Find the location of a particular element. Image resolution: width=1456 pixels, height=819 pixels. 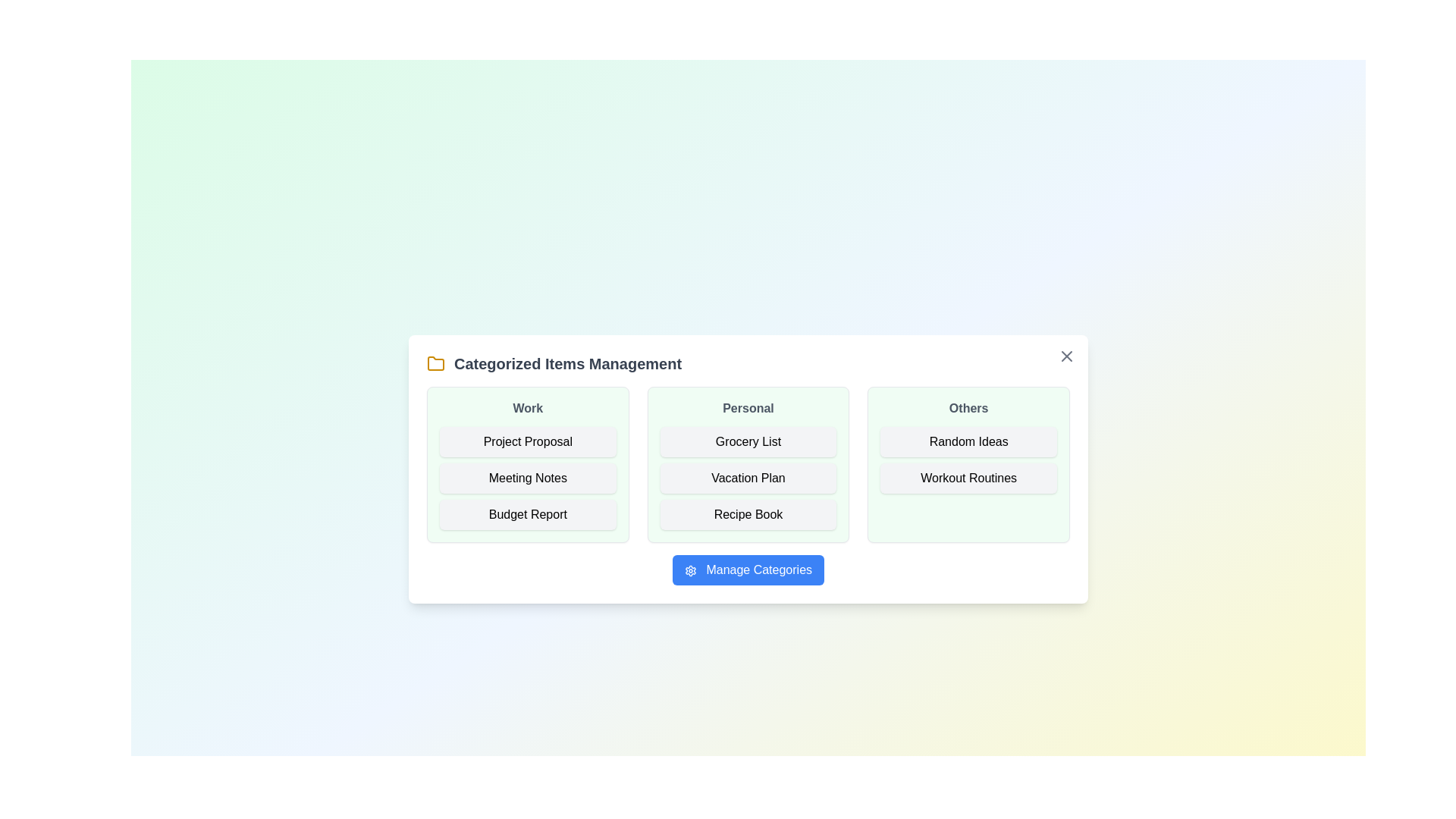

the close button to close the dialog is located at coordinates (1065, 356).